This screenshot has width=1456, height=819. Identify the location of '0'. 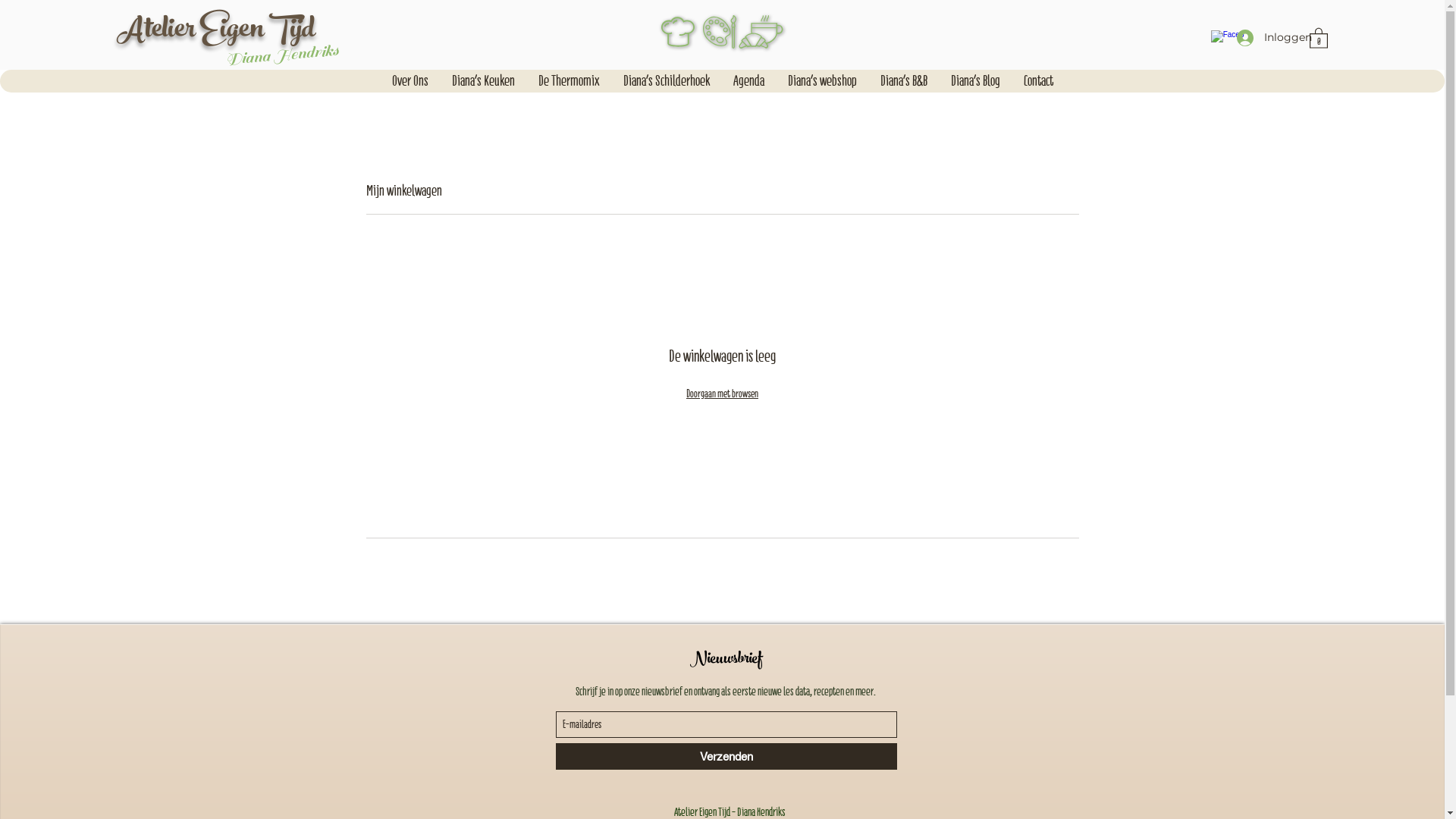
(1317, 36).